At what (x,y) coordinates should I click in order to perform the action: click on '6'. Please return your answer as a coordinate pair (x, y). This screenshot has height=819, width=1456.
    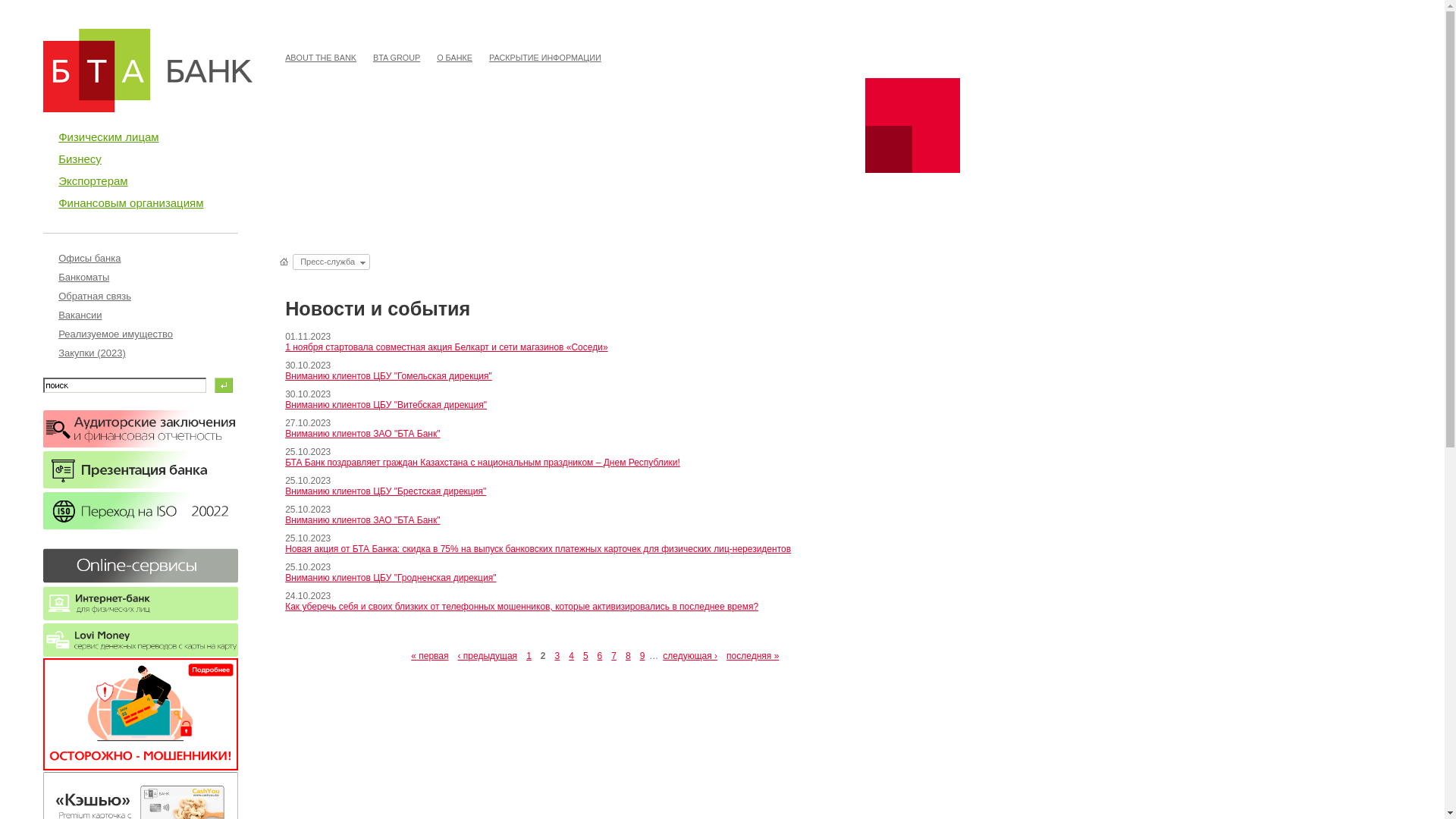
    Looking at the image, I should click on (599, 654).